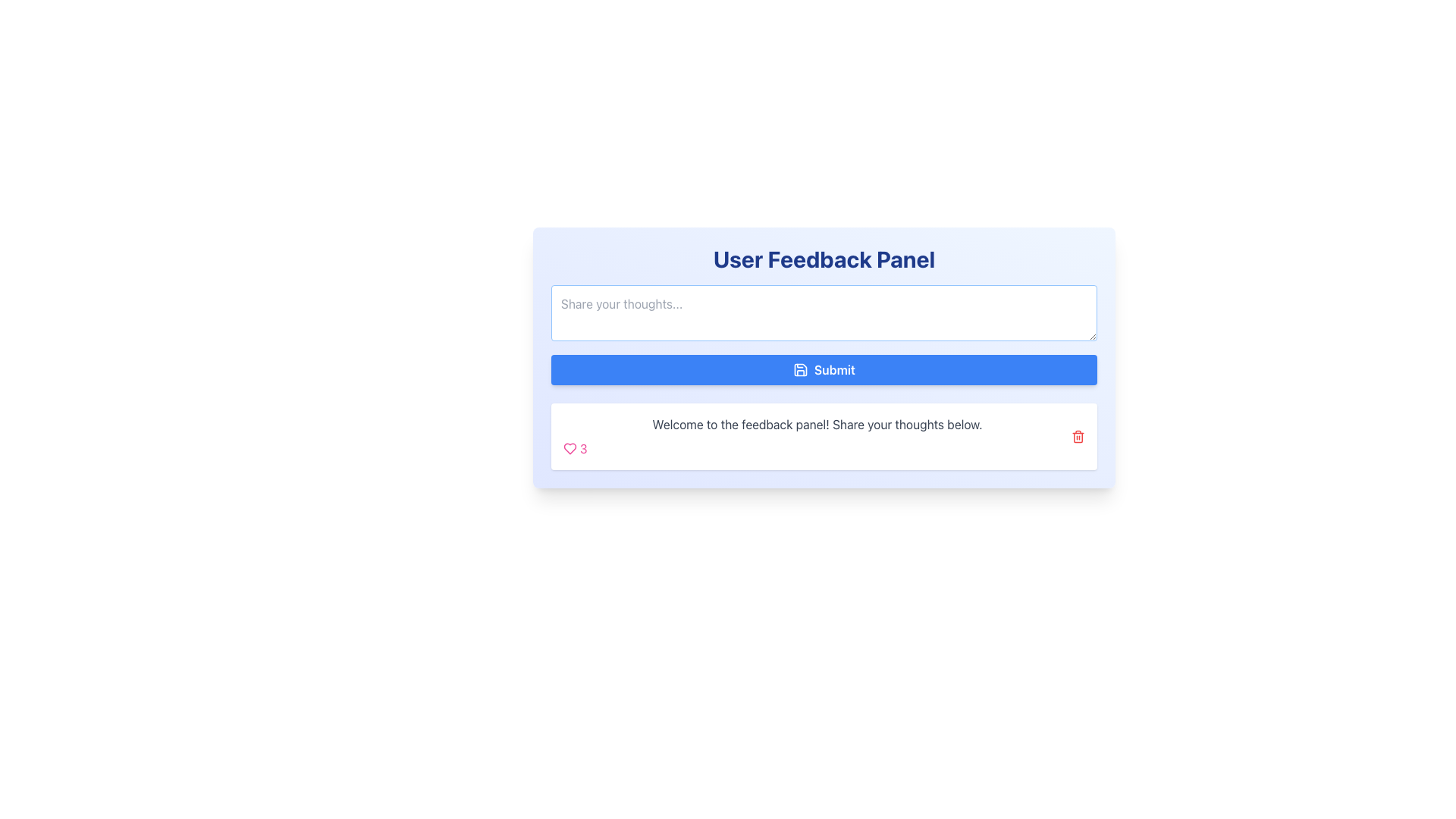 The image size is (1456, 819). Describe the element at coordinates (570, 447) in the screenshot. I see `the geometric heart-shaped icon outlined in light gray, located next to the red and white number three in the feedback panel` at that location.